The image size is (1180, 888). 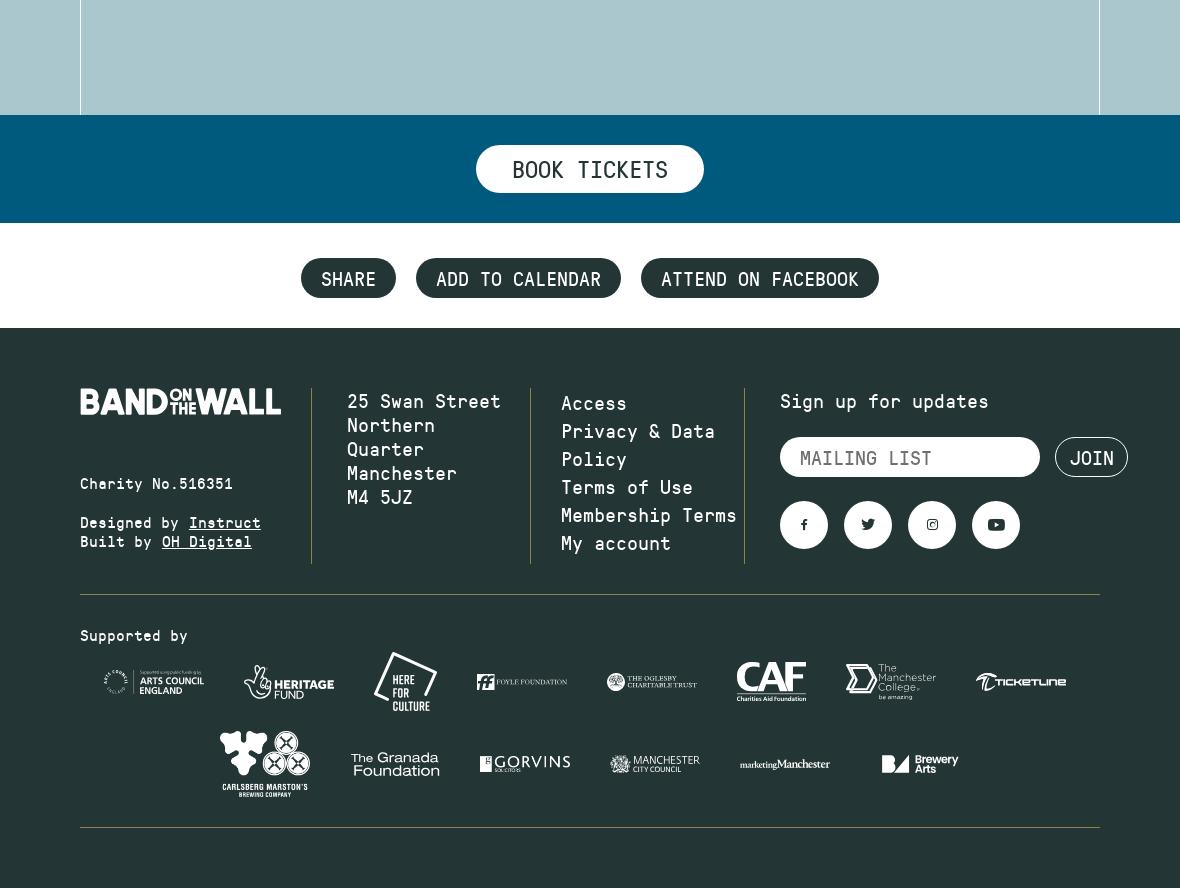 What do you see at coordinates (347, 278) in the screenshot?
I see `'share'` at bounding box center [347, 278].